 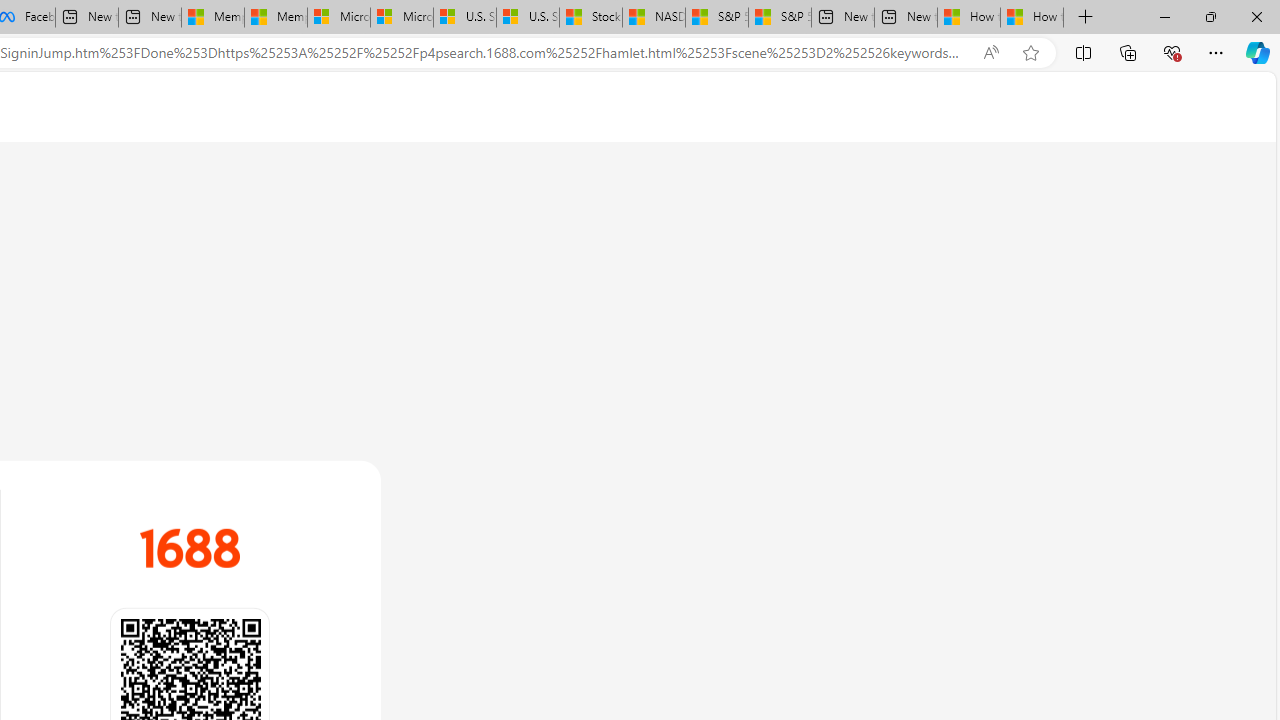 What do you see at coordinates (779, 17) in the screenshot?
I see `'S&P 500, Nasdaq end lower, weighed by Nvidia dip | Watch'` at bounding box center [779, 17].